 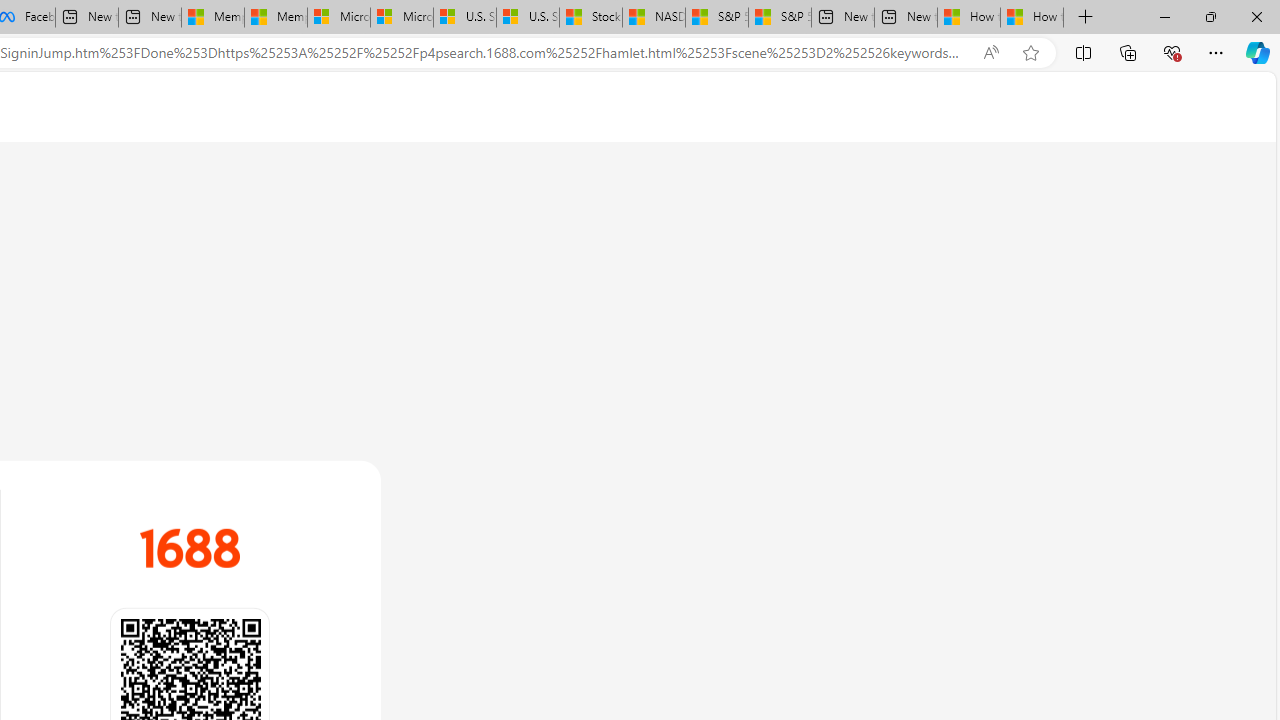 What do you see at coordinates (779, 17) in the screenshot?
I see `'S&P 500, Nasdaq end lower, weighed by Nvidia dip | Watch'` at bounding box center [779, 17].